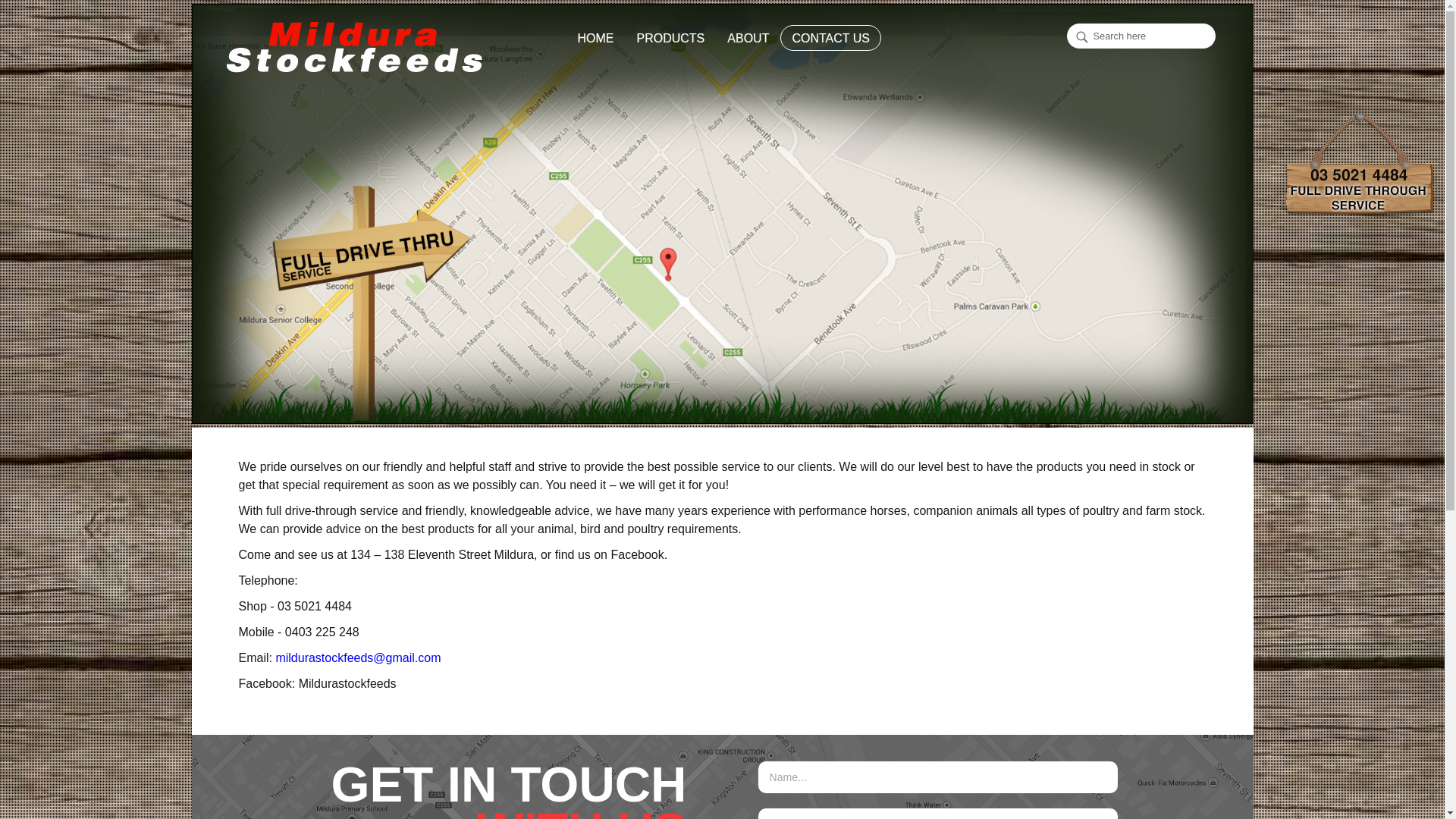 This screenshot has width=1456, height=819. I want to click on 'mildurastockfeeds@gmail.com', so click(356, 657).